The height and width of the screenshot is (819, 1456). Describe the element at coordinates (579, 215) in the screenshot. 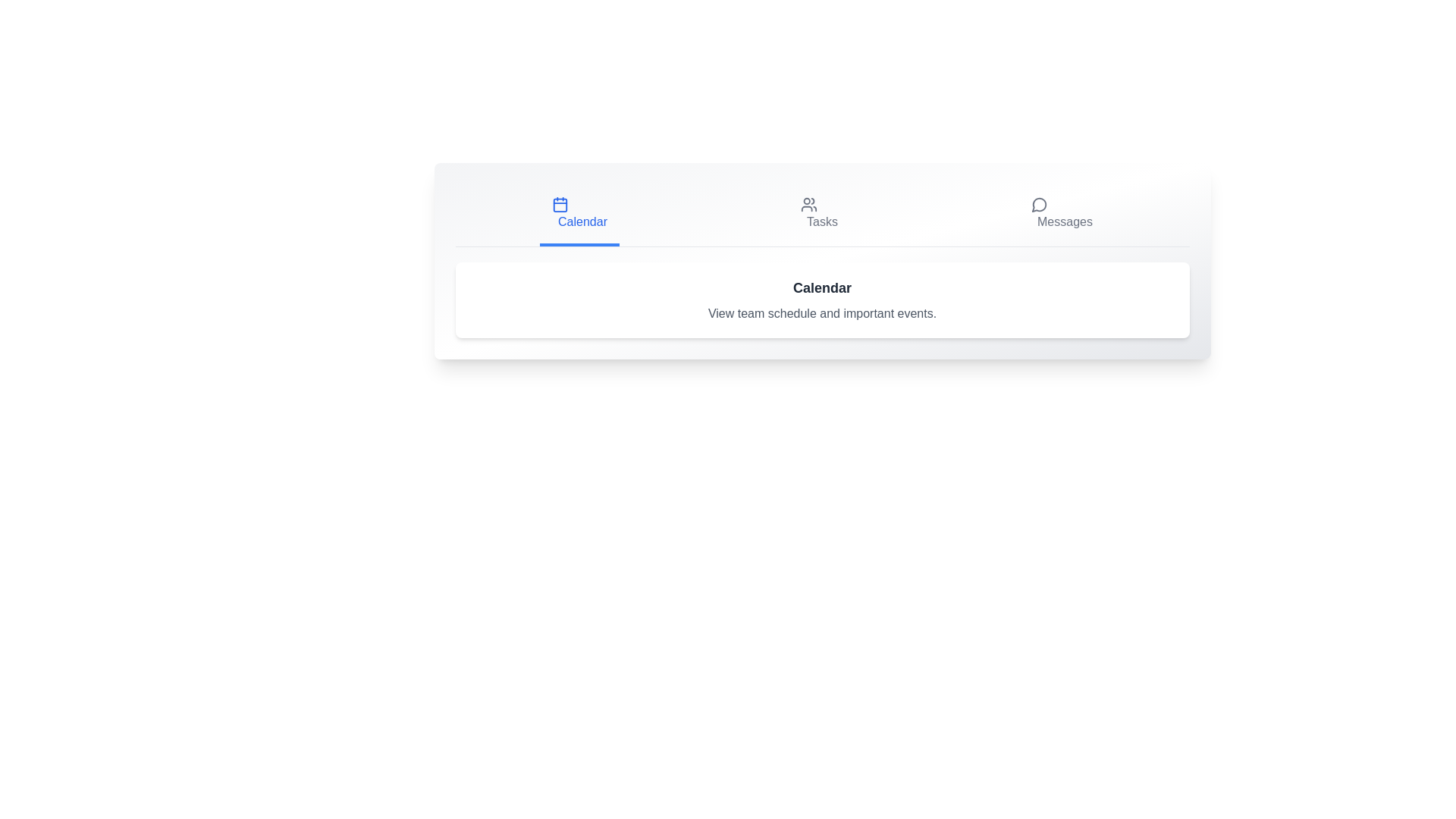

I see `the Calendar tab` at that location.